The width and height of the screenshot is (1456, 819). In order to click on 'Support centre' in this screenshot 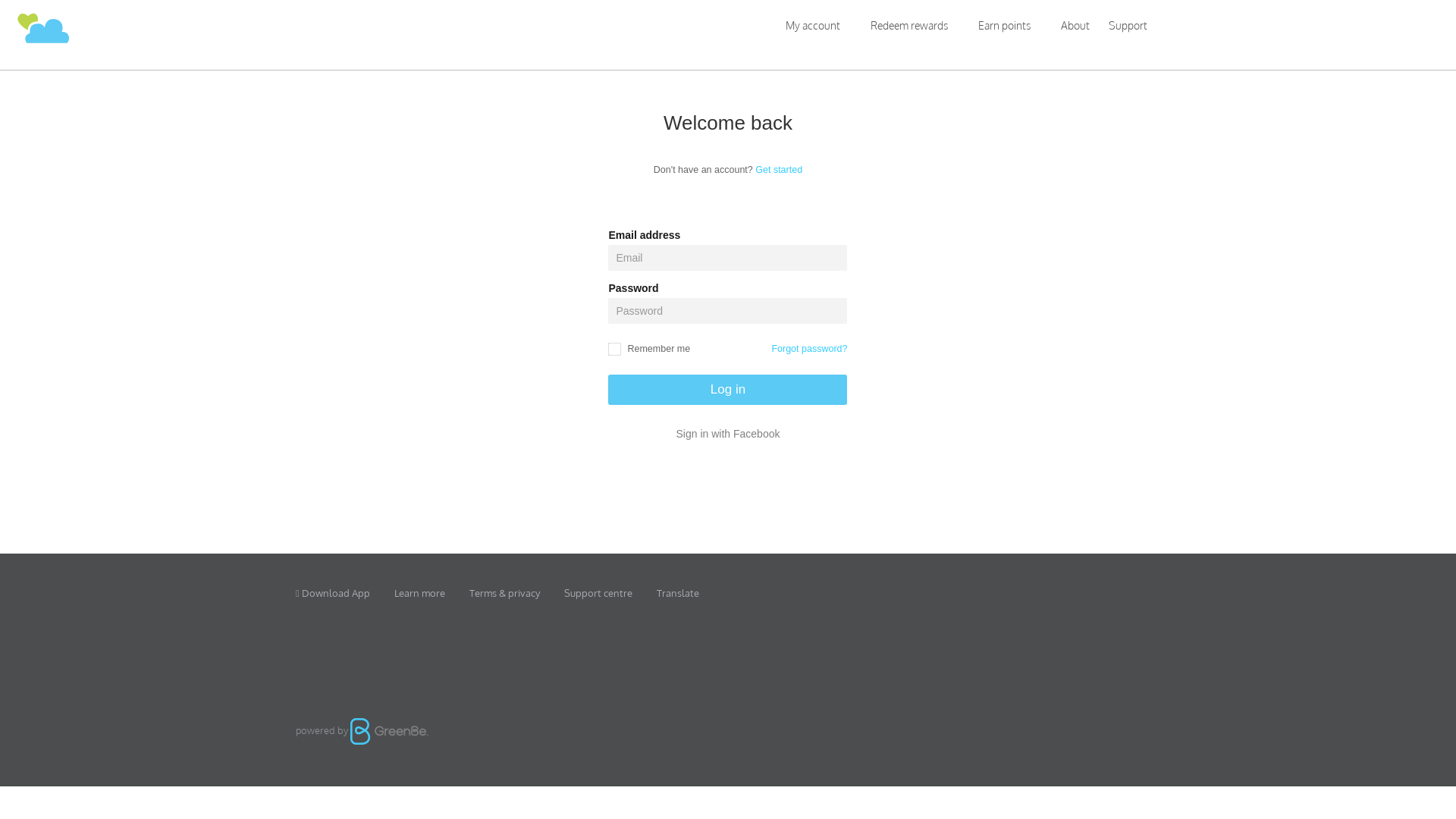, I will do `click(597, 592)`.